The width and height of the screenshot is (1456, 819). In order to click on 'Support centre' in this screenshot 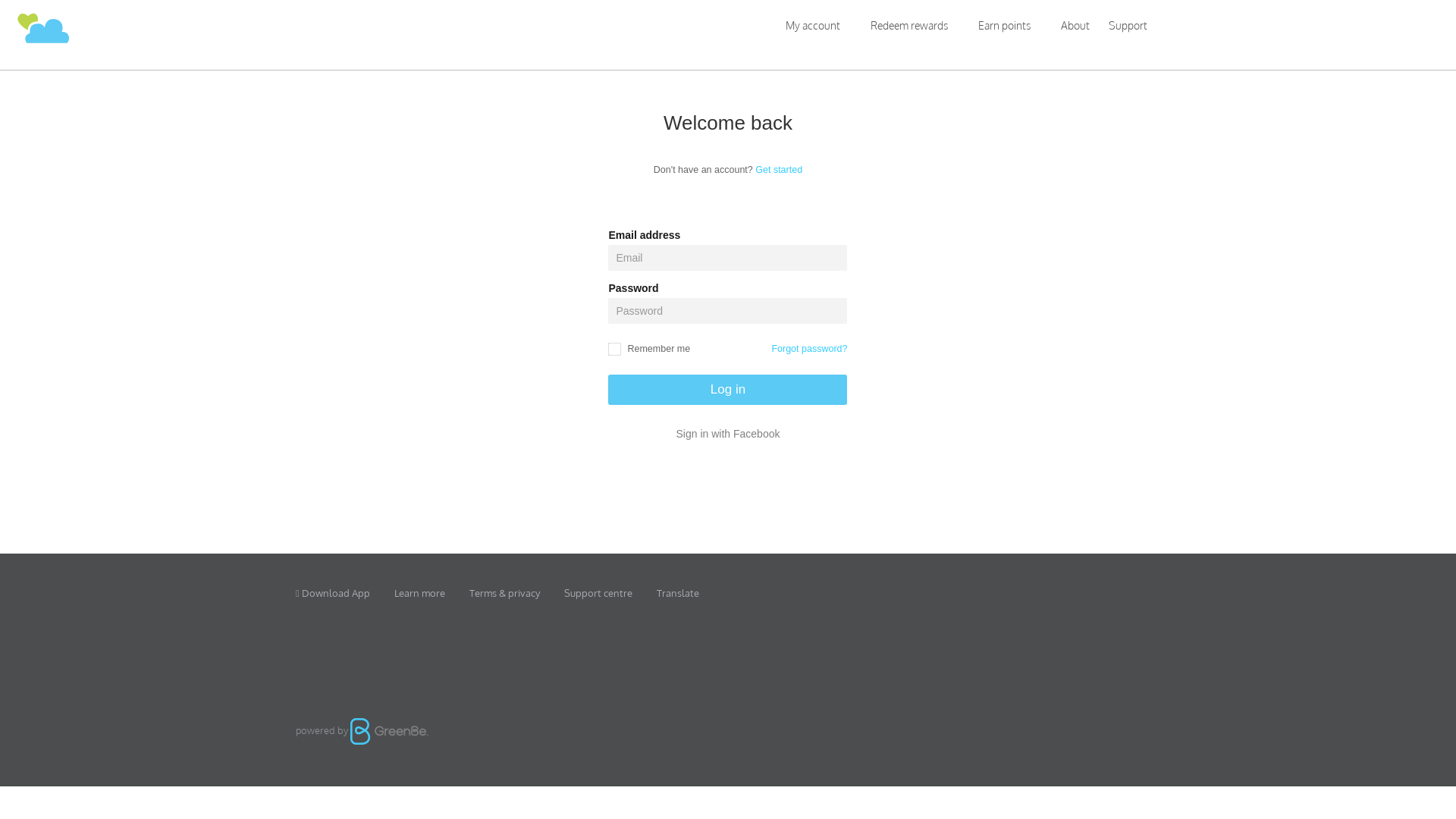, I will do `click(597, 592)`.